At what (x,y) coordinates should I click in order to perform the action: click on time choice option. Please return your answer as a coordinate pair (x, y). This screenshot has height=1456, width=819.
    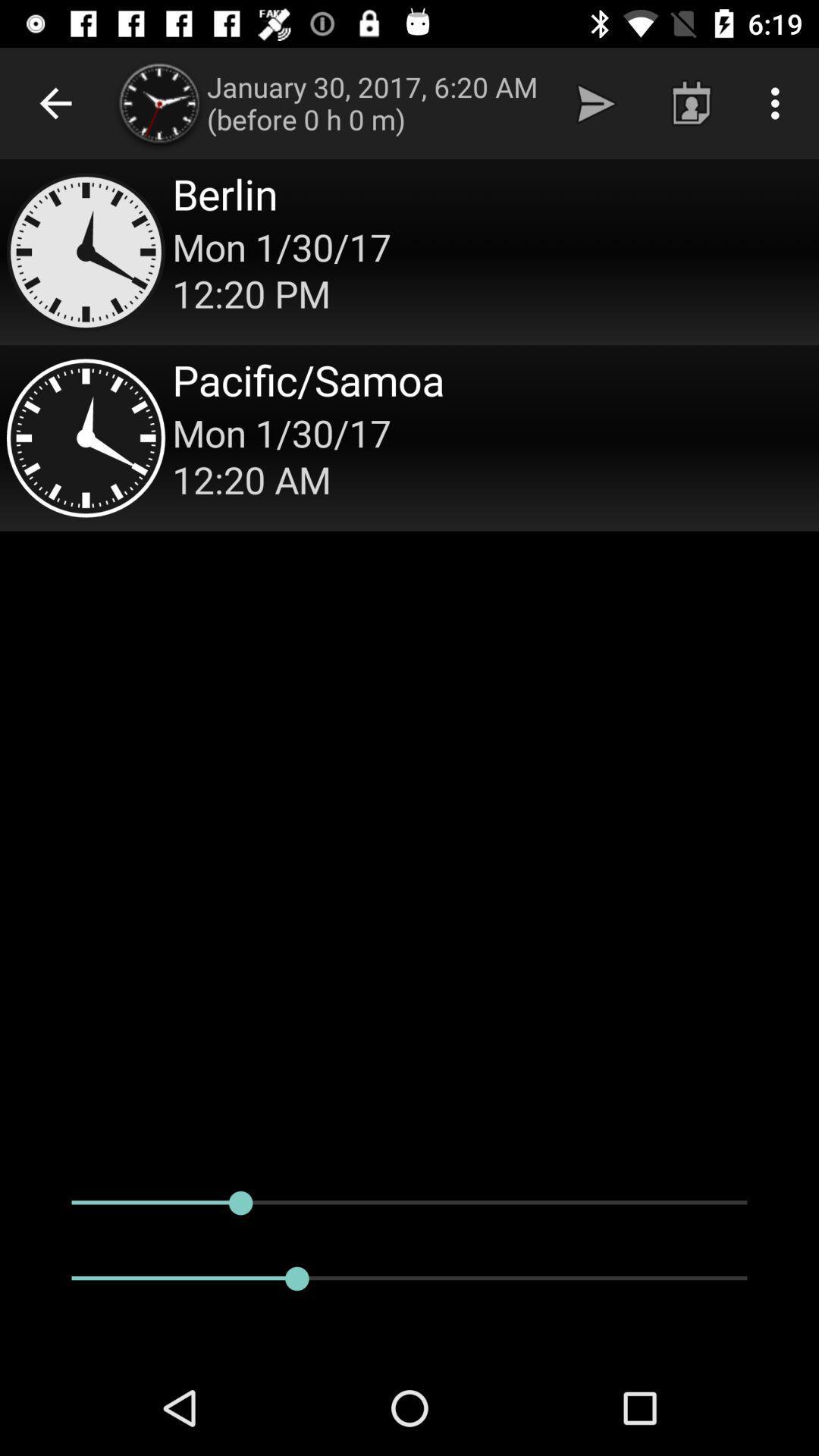
    Looking at the image, I should click on (409, 437).